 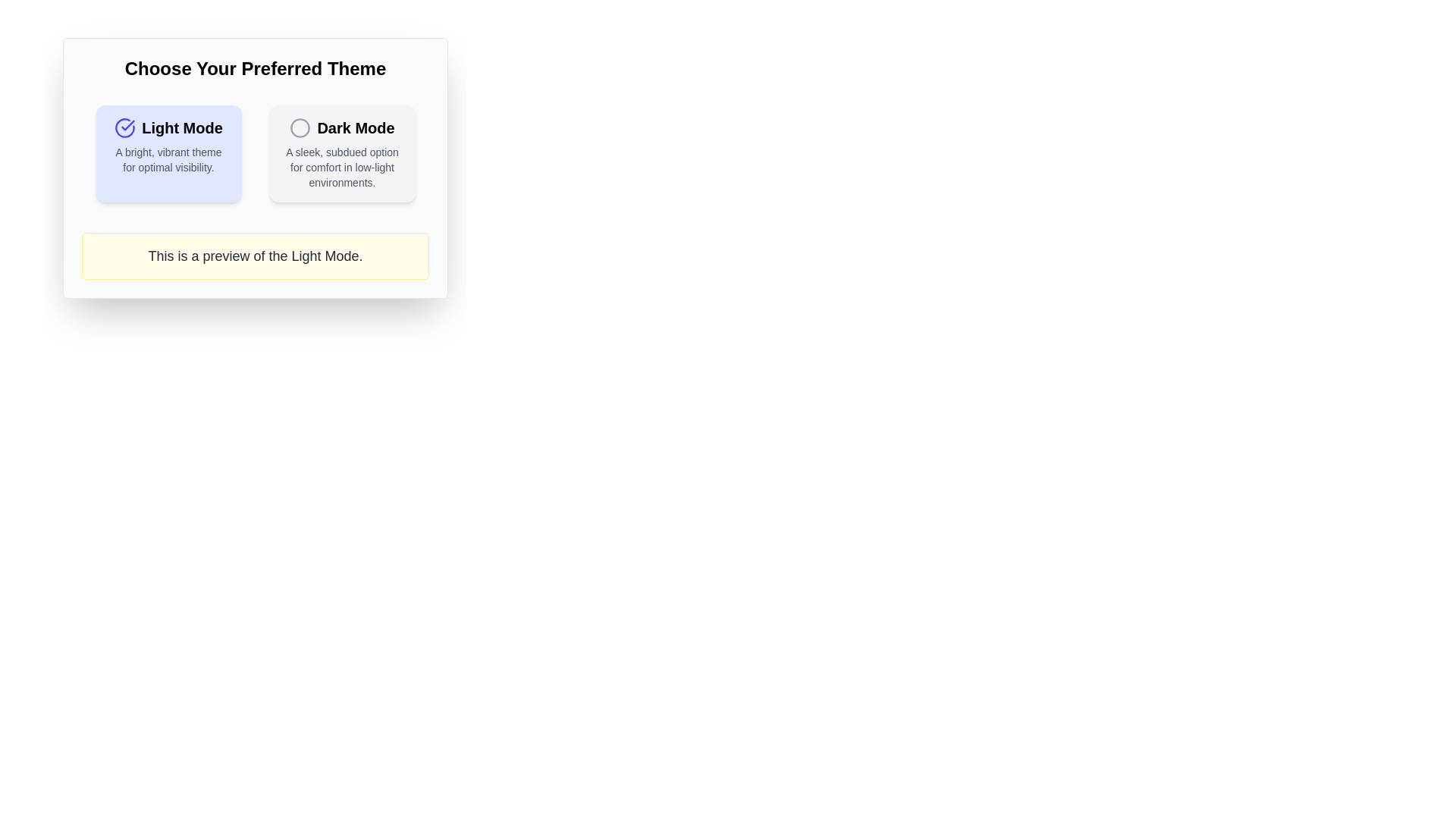 What do you see at coordinates (300, 127) in the screenshot?
I see `the circular SVG graphic icon that indicates the 'Dark Mode' option, located on the left side of the card within the 'Choose Your Preferred Theme' section` at bounding box center [300, 127].